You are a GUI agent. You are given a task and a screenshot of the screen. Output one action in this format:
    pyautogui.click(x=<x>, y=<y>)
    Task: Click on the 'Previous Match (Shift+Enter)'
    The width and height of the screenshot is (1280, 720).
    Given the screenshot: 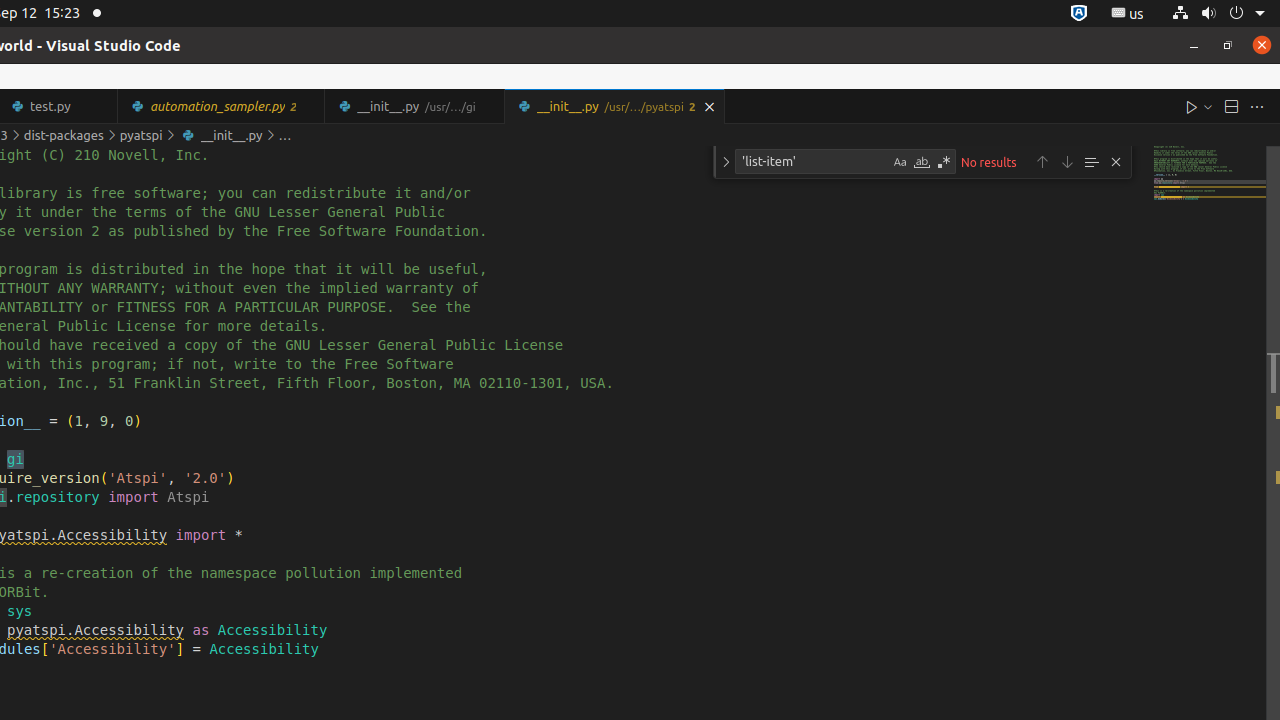 What is the action you would take?
    pyautogui.click(x=1041, y=160)
    